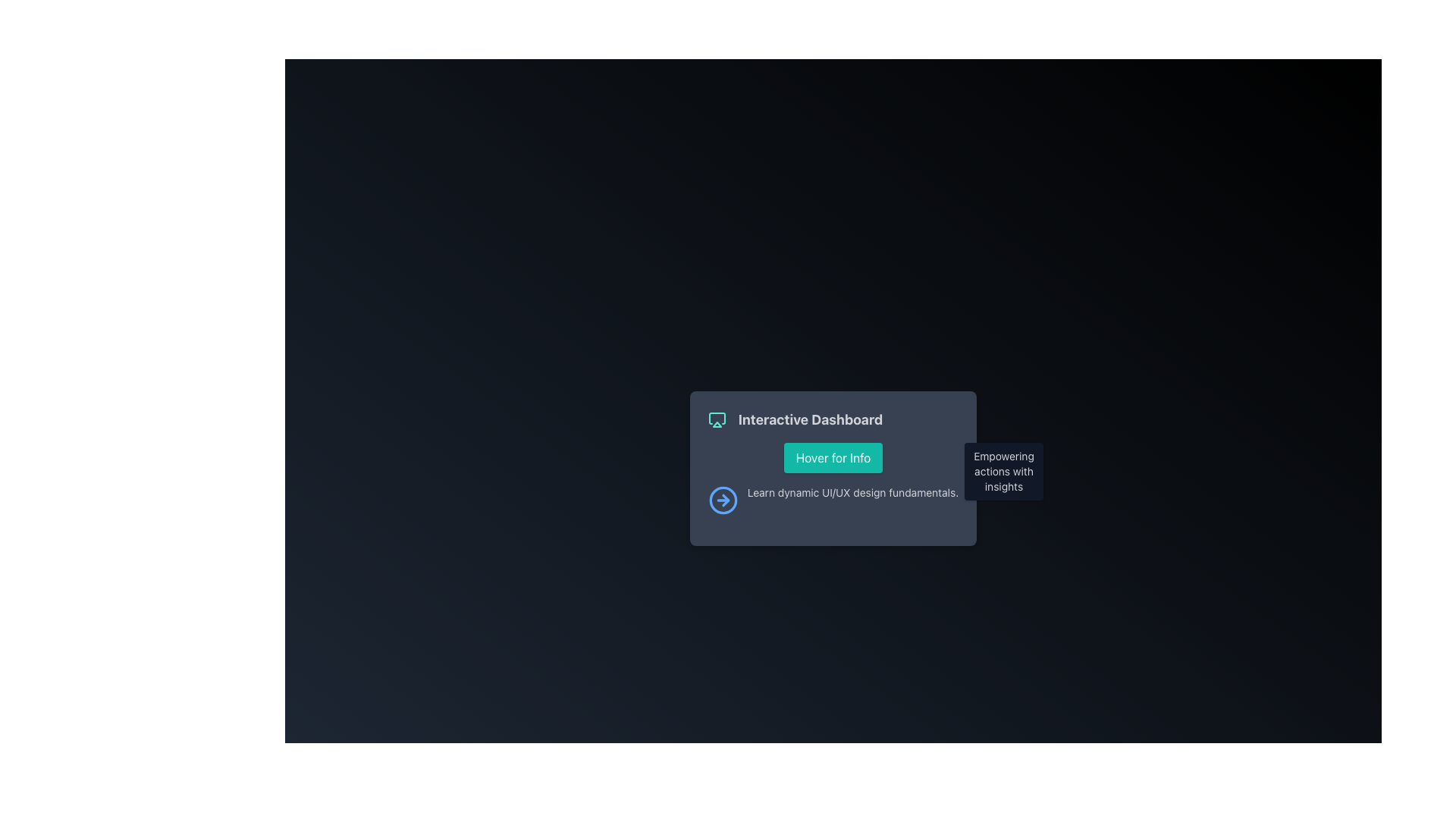 The width and height of the screenshot is (1456, 819). Describe the element at coordinates (833, 500) in the screenshot. I see `information provided in the text label that reads 'Learn dynamic UI/UX design fundamentals.' which is accompanied by a blue circular arrow icon` at that location.